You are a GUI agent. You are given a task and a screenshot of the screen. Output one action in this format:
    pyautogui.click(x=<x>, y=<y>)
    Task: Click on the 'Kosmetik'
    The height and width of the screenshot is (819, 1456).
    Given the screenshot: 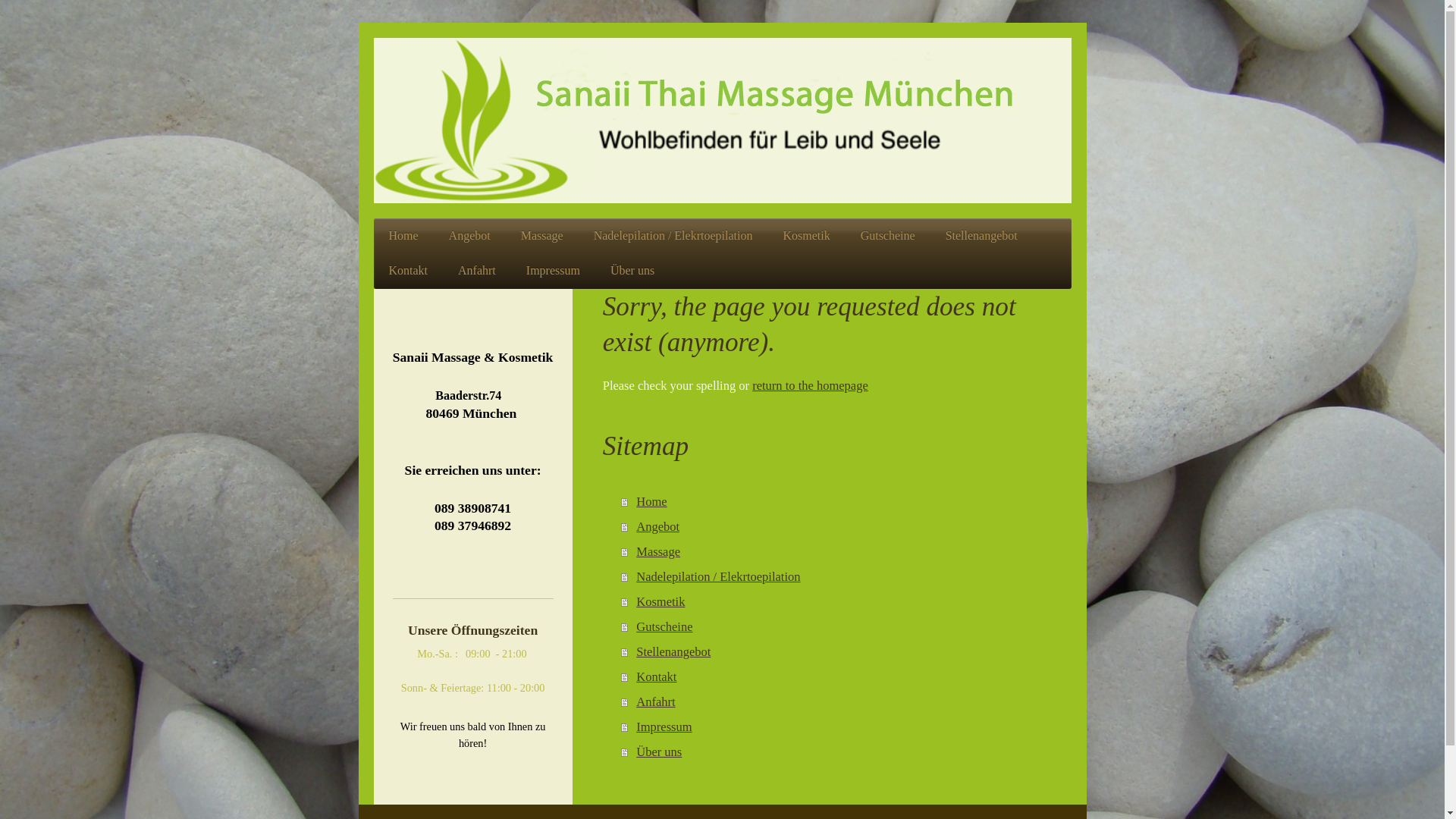 What is the action you would take?
    pyautogui.click(x=837, y=601)
    